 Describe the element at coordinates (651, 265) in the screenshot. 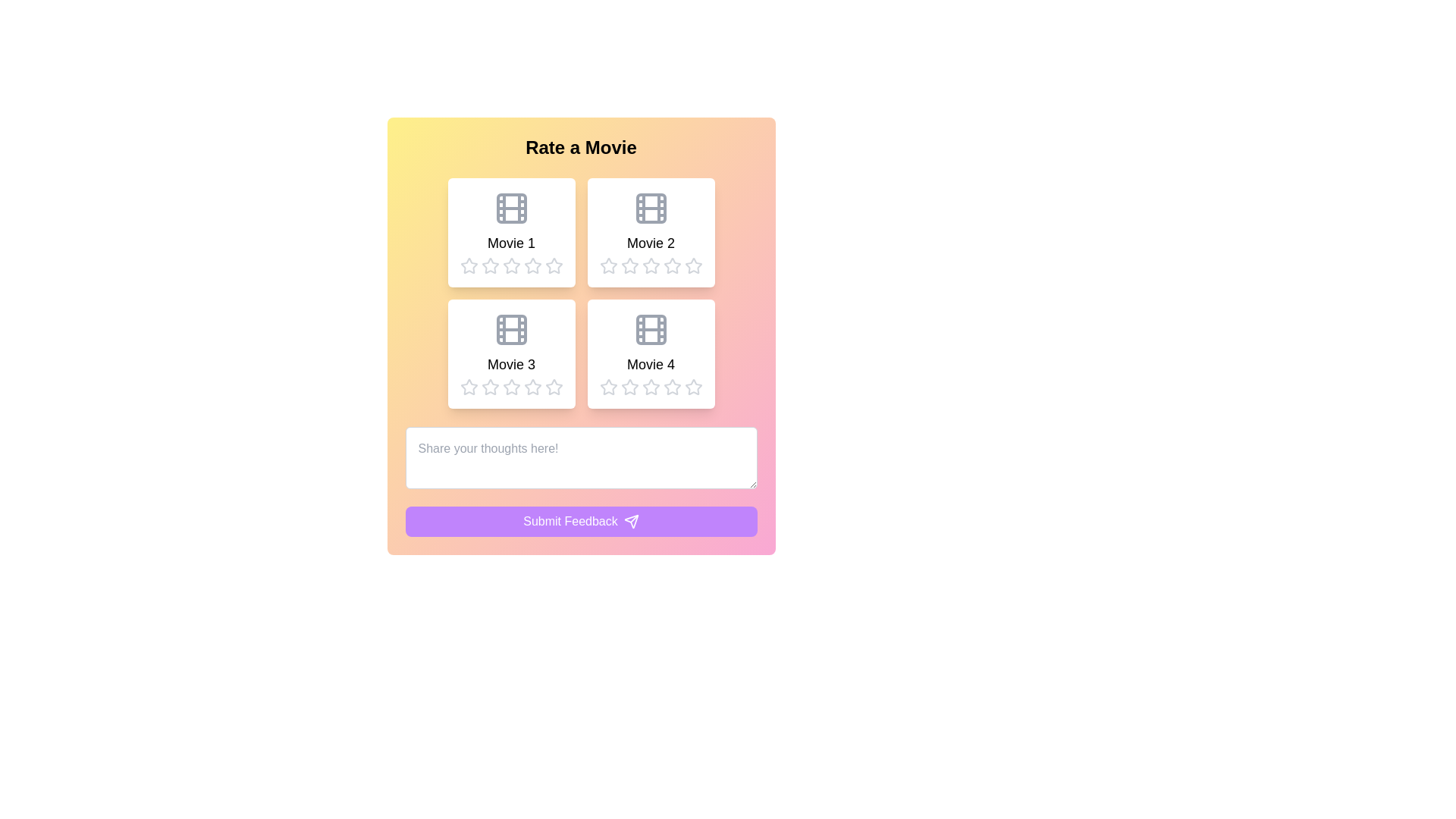

I see `the second star rating icon for 'Movie 2'` at that location.